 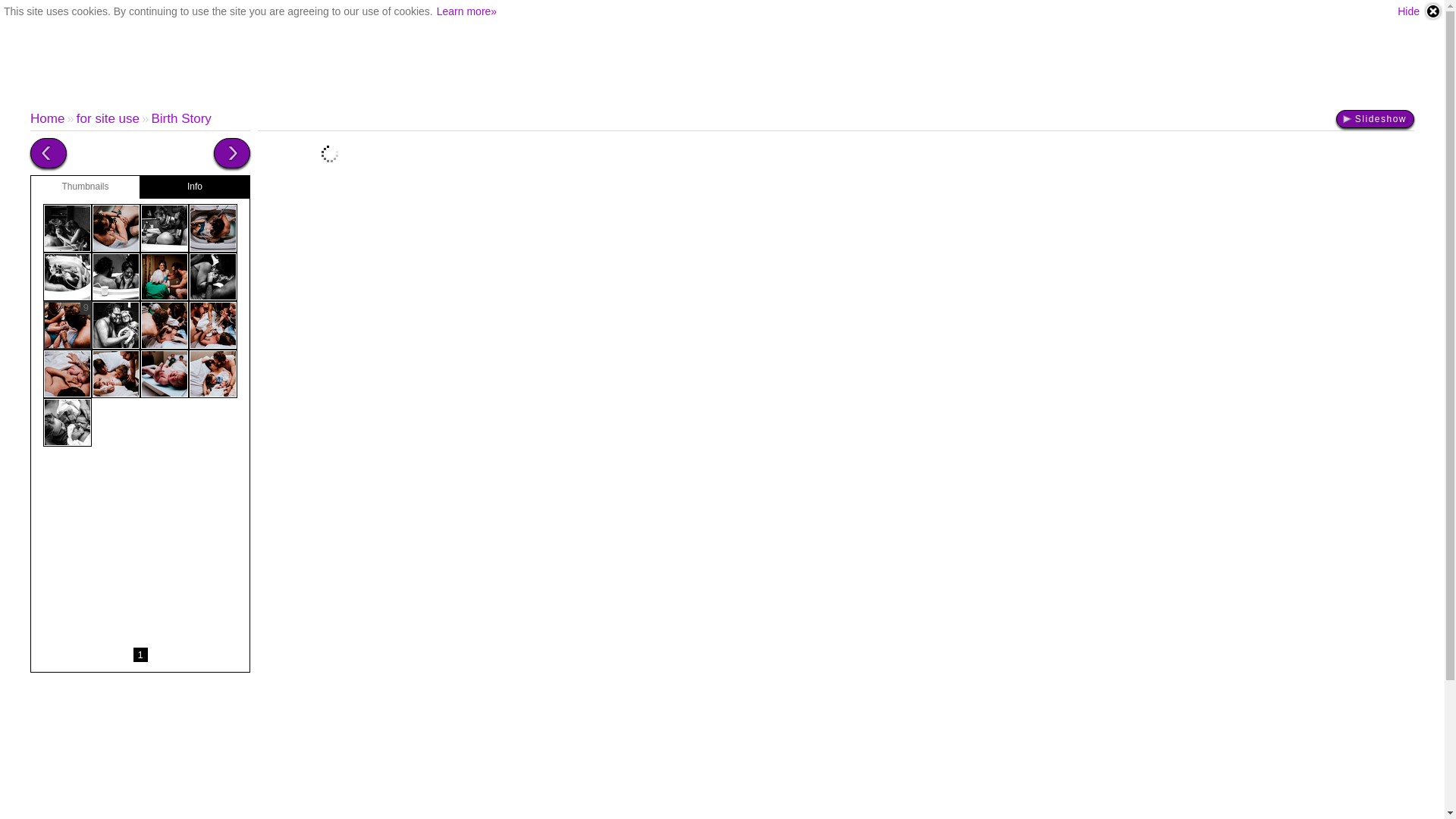 I want to click on 'Hide', so click(x=1419, y=11).